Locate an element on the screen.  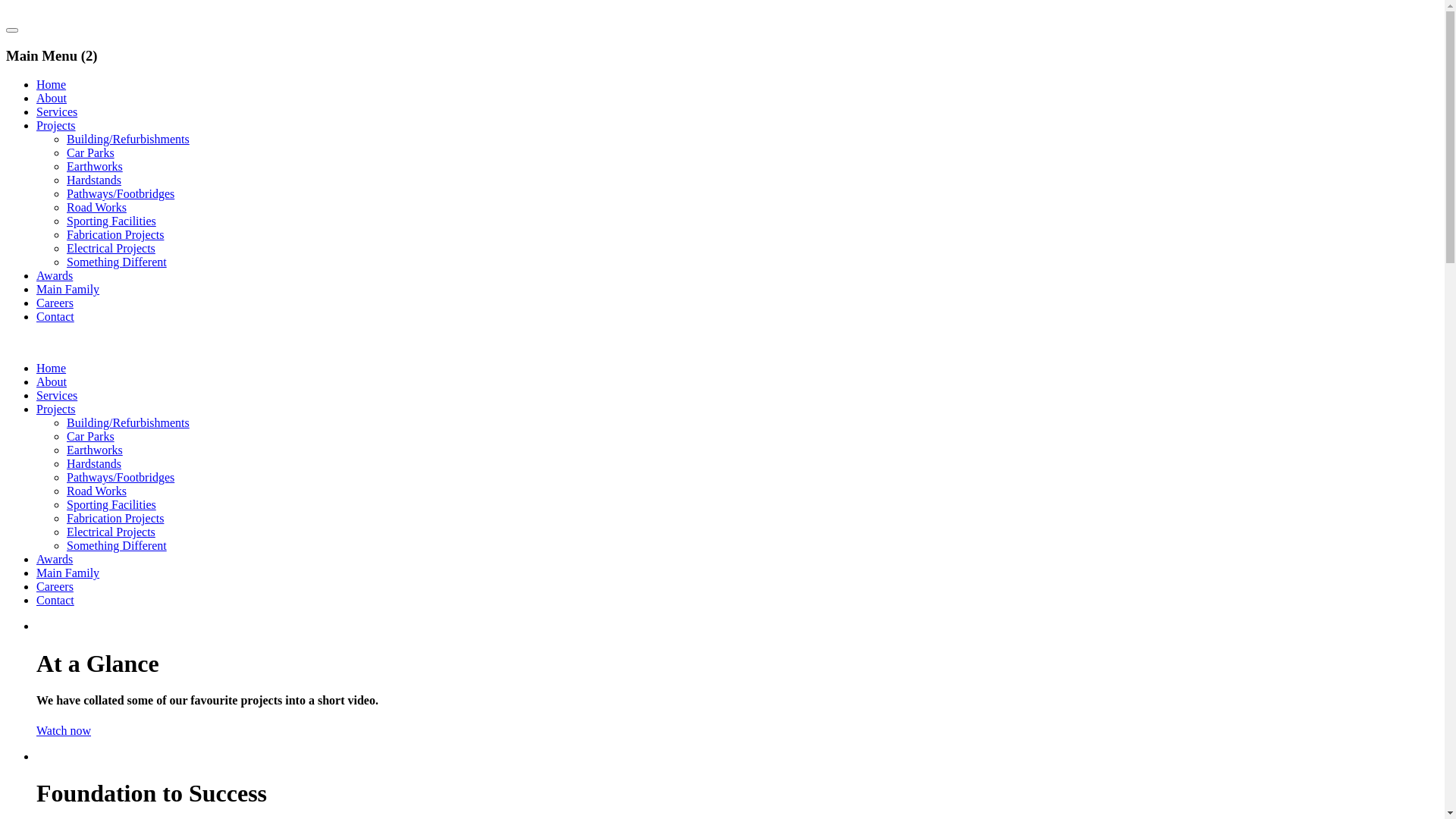
'Projects' is located at coordinates (55, 408).